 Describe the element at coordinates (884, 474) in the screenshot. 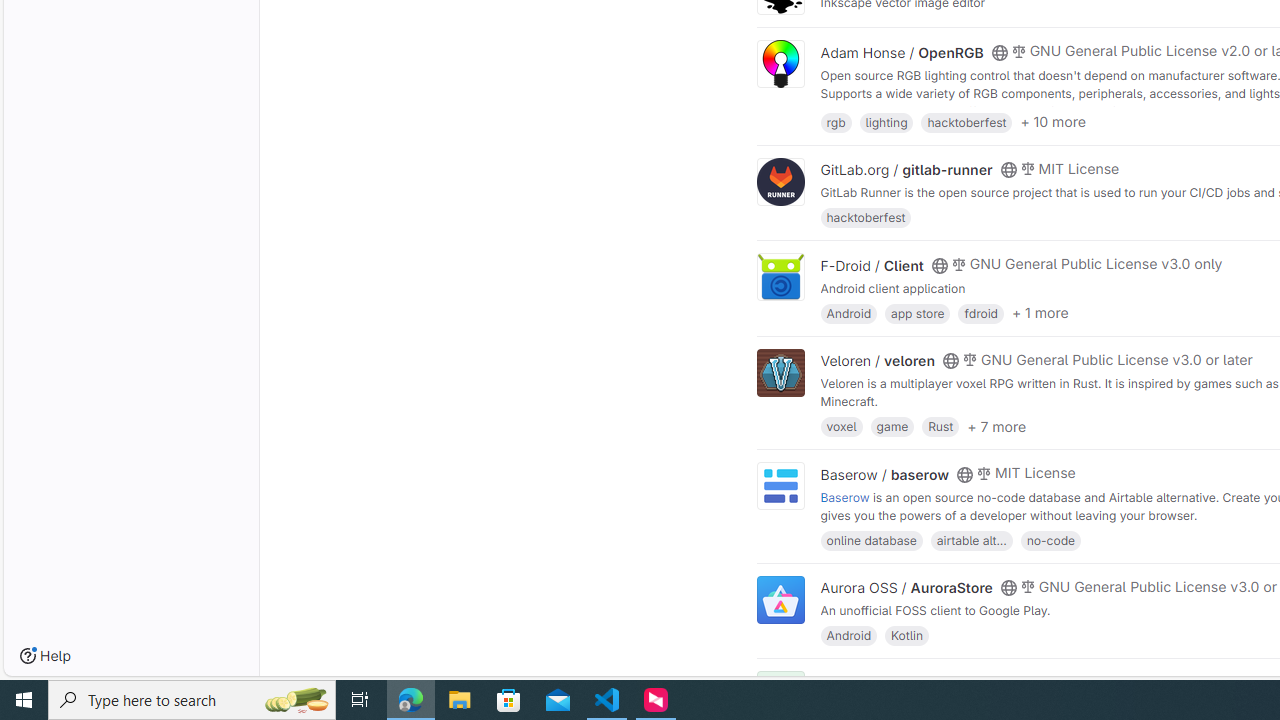

I see `'Baserow / baserow'` at that location.